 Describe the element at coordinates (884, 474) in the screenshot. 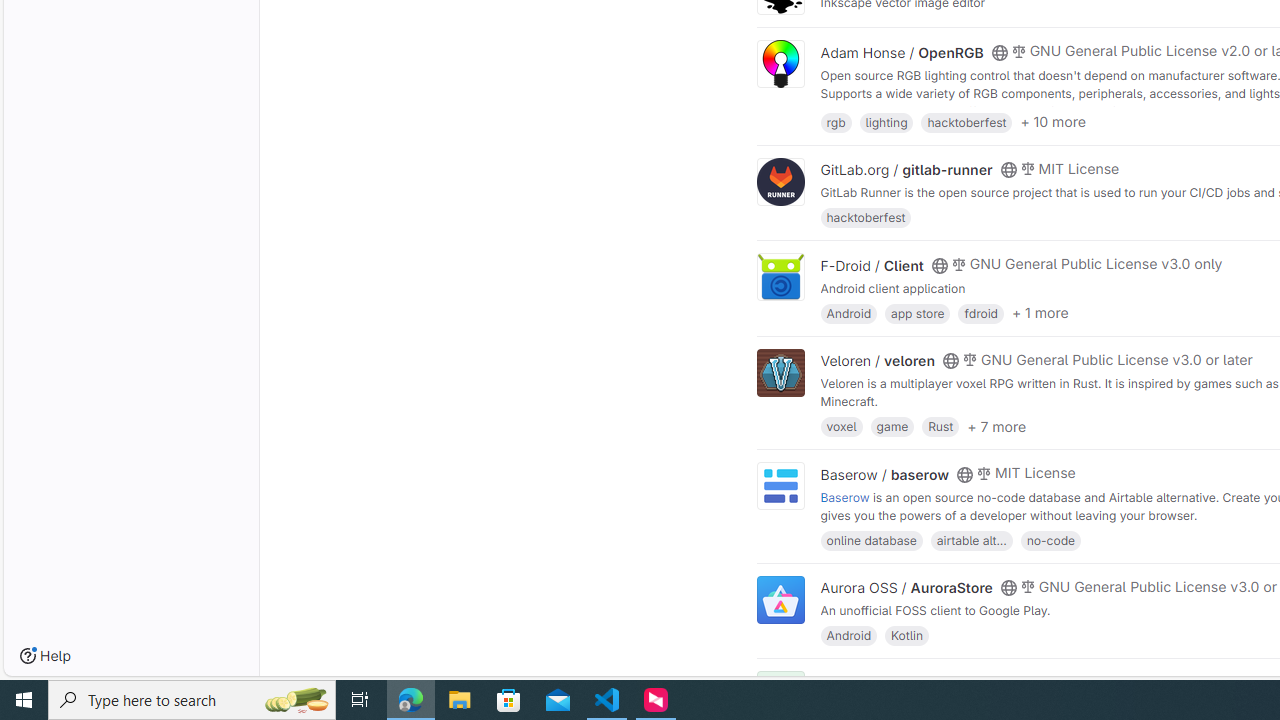

I see `'Baserow / baserow'` at that location.